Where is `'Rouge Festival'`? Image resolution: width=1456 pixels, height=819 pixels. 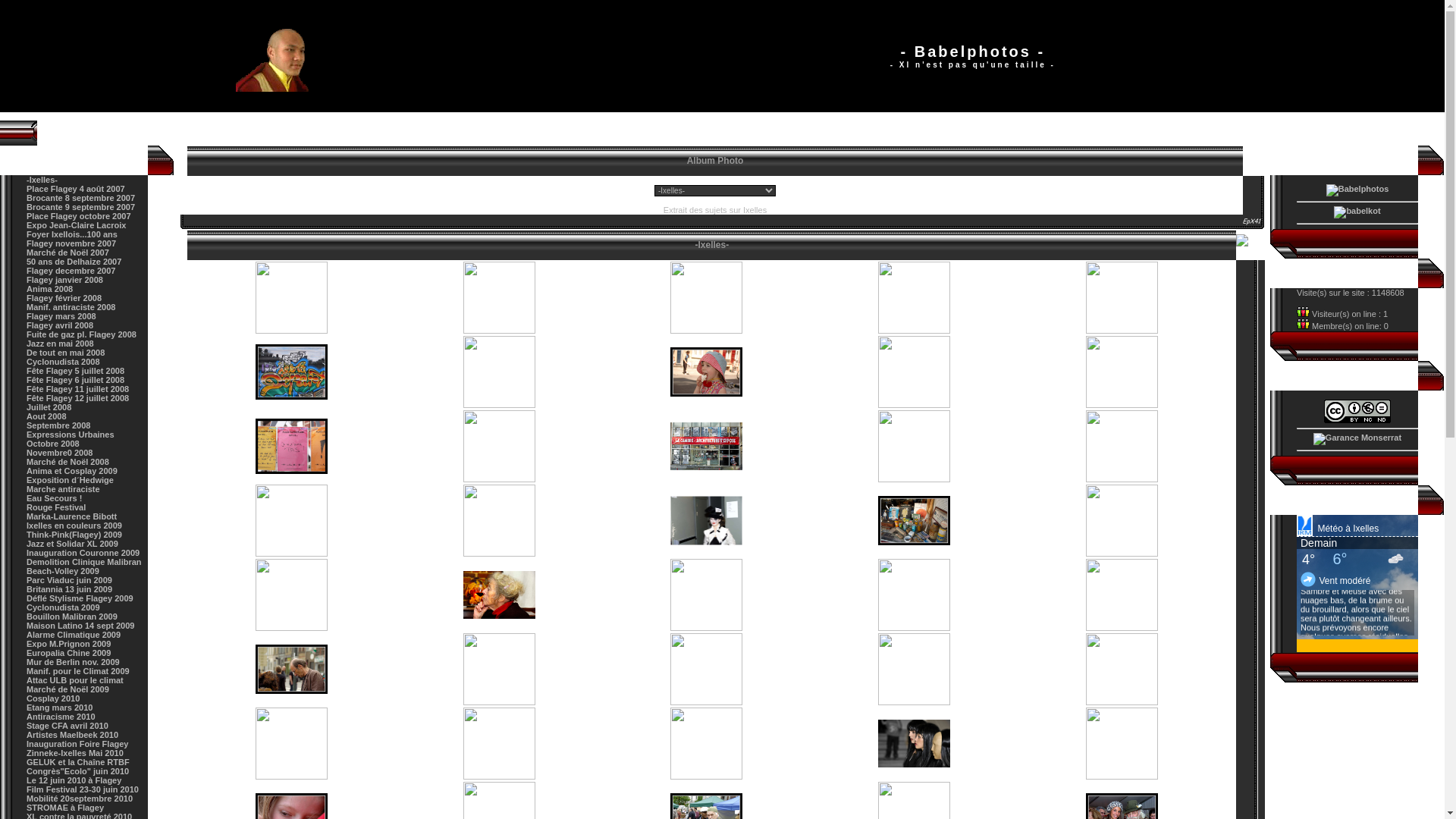
'Rouge Festival' is located at coordinates (26, 507).